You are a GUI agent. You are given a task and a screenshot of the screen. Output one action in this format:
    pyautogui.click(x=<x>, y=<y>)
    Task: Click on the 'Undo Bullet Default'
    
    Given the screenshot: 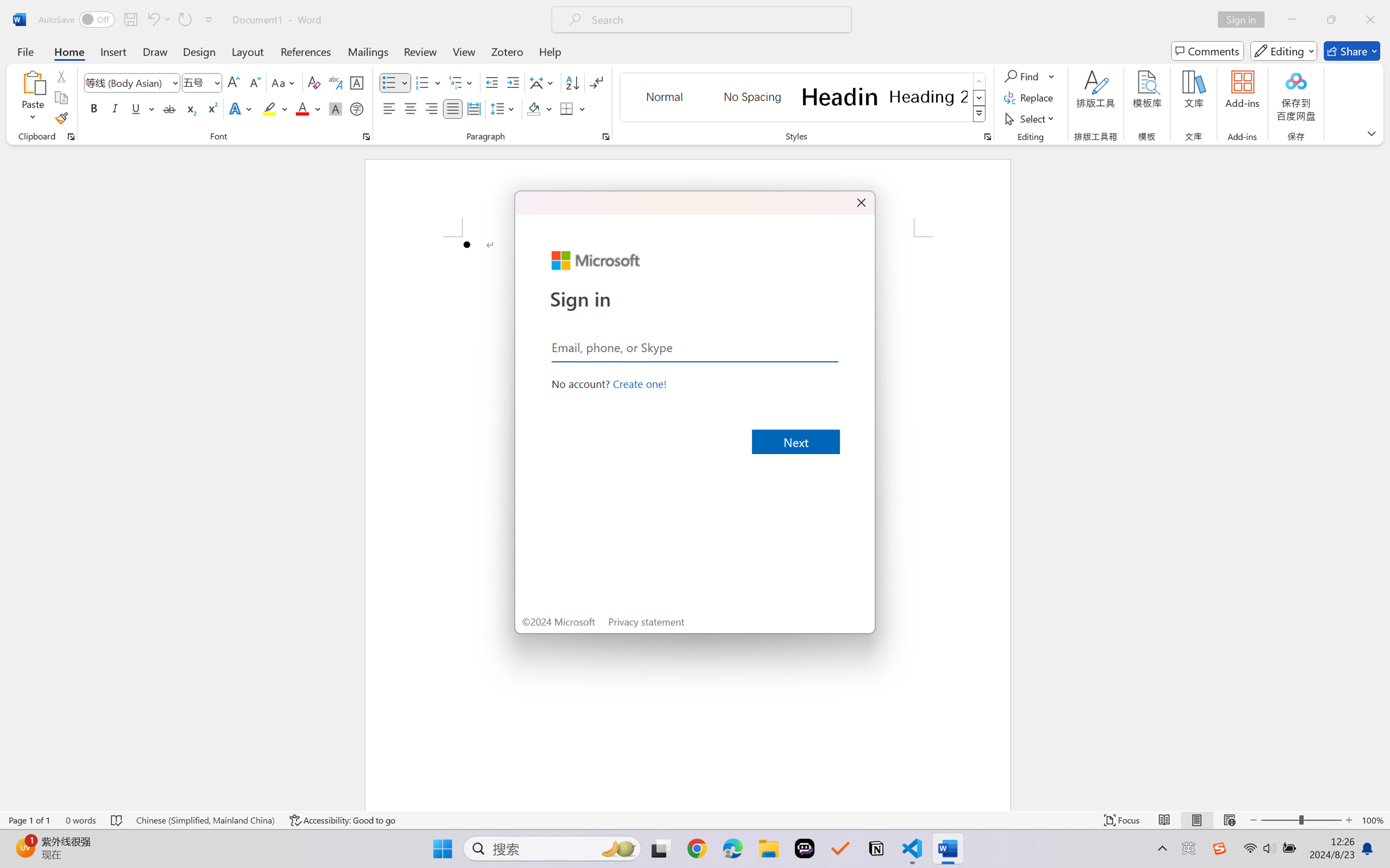 What is the action you would take?
    pyautogui.click(x=152, y=19)
    